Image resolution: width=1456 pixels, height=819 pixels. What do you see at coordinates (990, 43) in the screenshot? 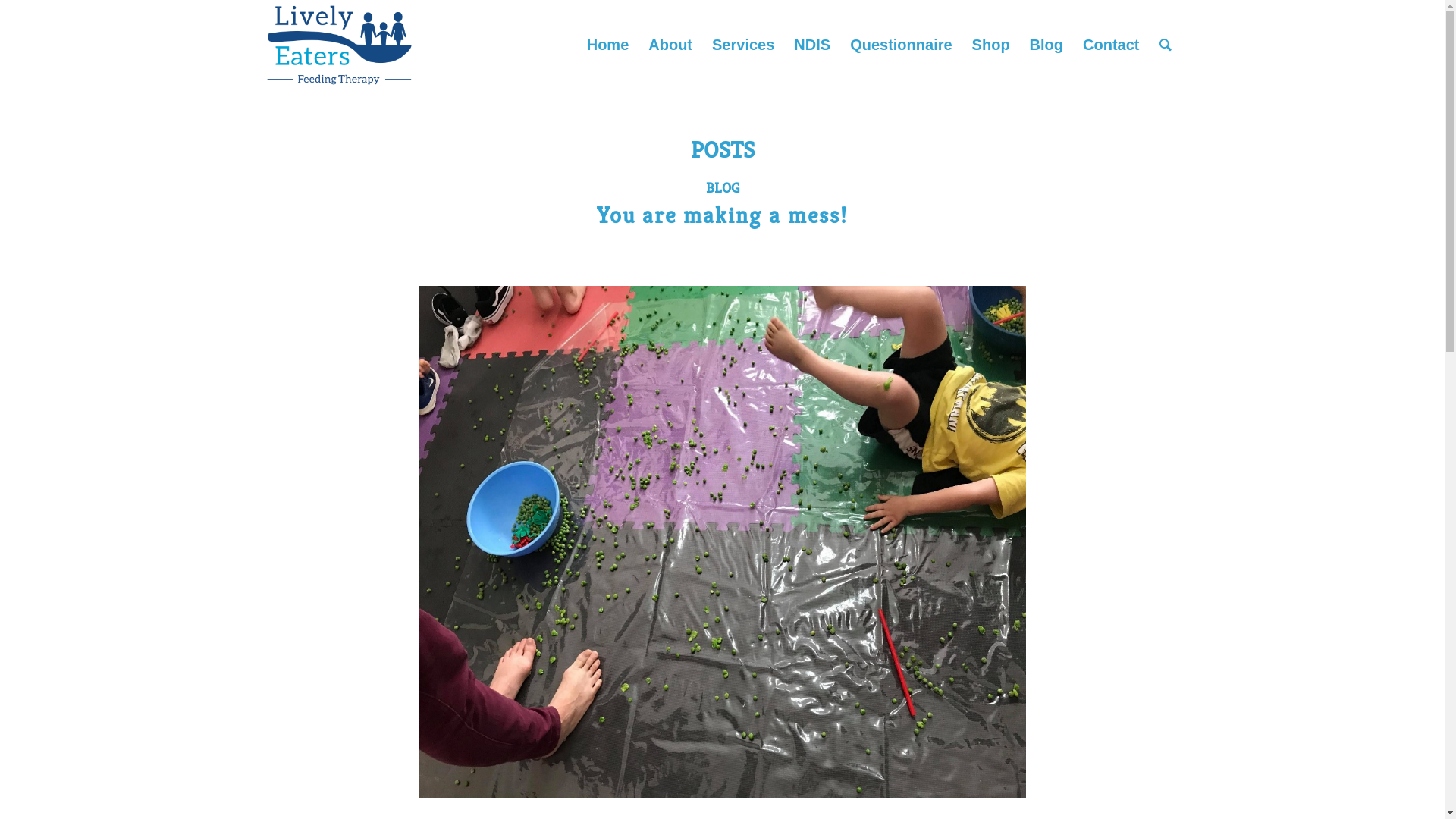
I see `'Shop'` at bounding box center [990, 43].